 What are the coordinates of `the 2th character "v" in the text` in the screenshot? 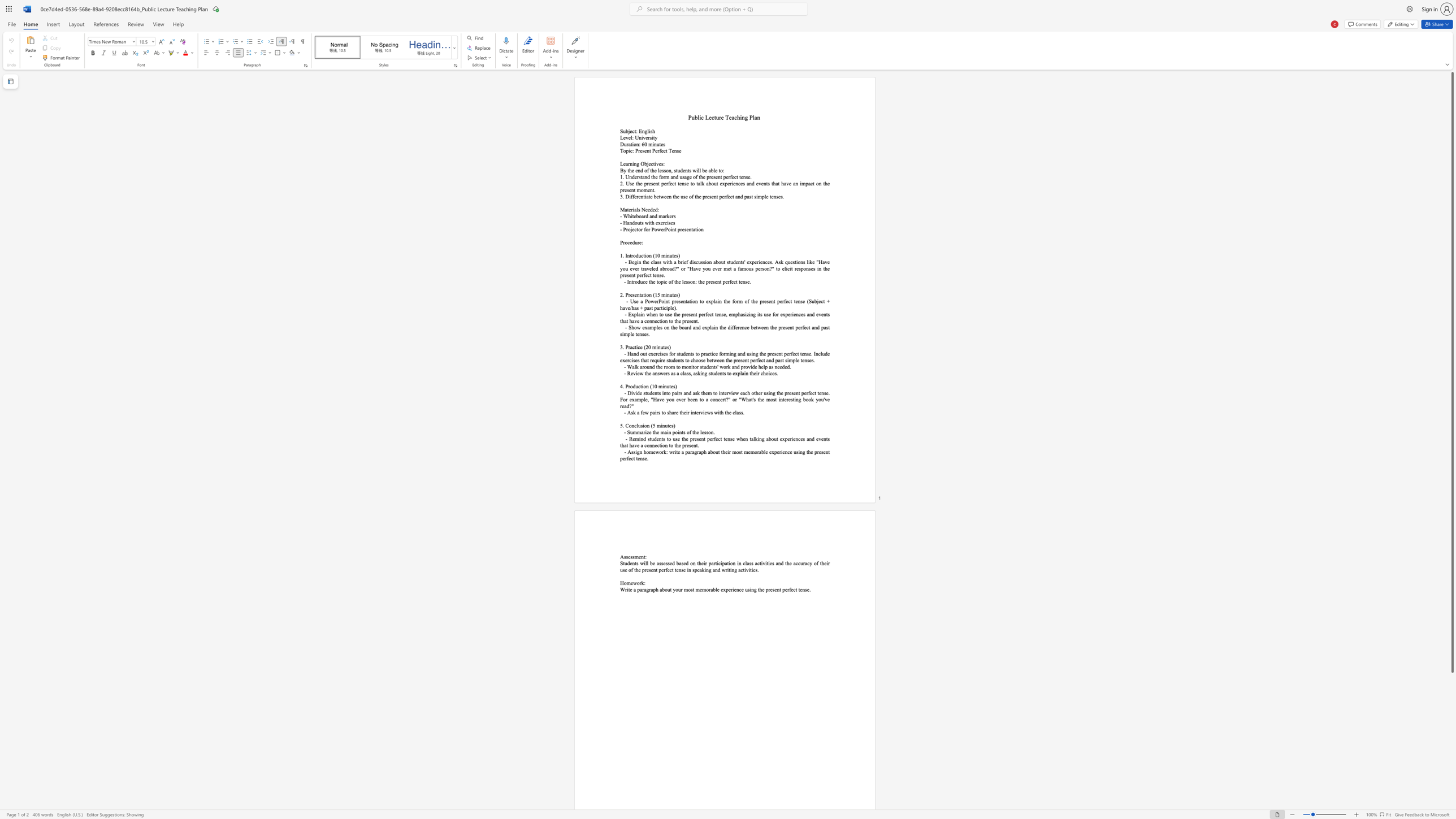 It's located at (643, 137).